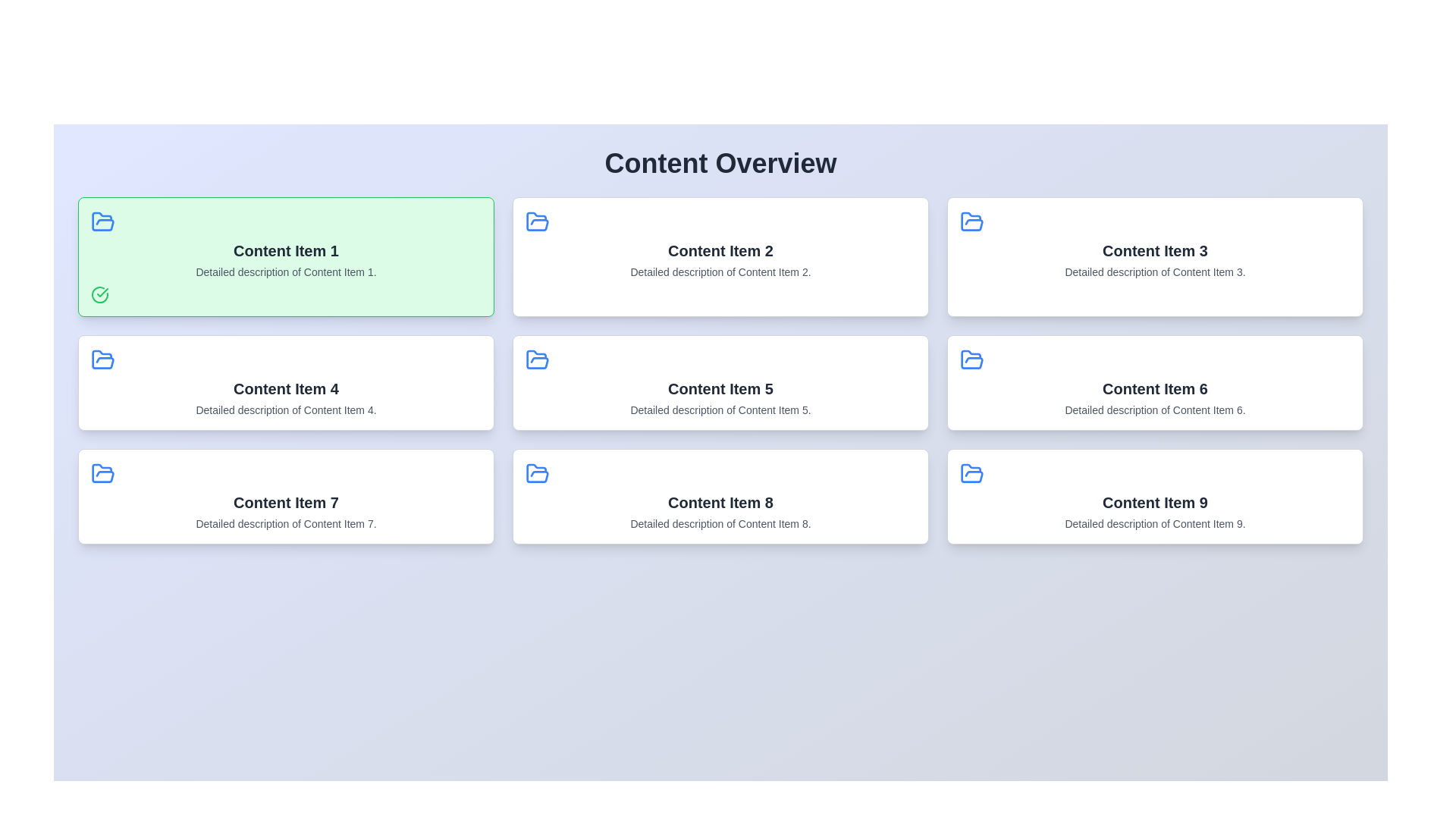 This screenshot has width=1456, height=819. I want to click on the second card element in the grid layout, so click(720, 256).